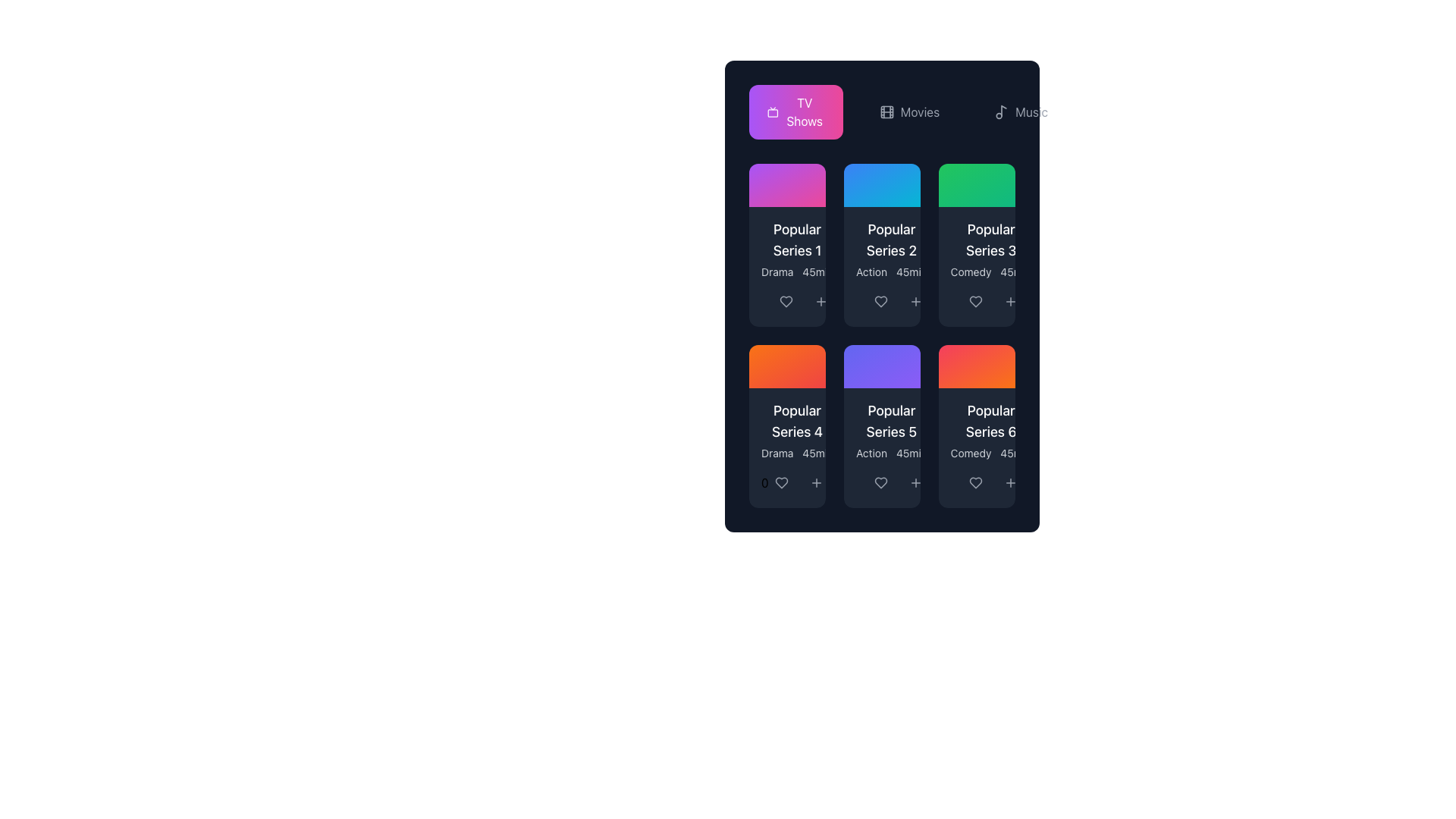  I want to click on the second interactive button with a plus sign icon, located beneath the card for 'Popular Series 2', which is aligned centrally with respect to other buttons in its group, so click(915, 301).